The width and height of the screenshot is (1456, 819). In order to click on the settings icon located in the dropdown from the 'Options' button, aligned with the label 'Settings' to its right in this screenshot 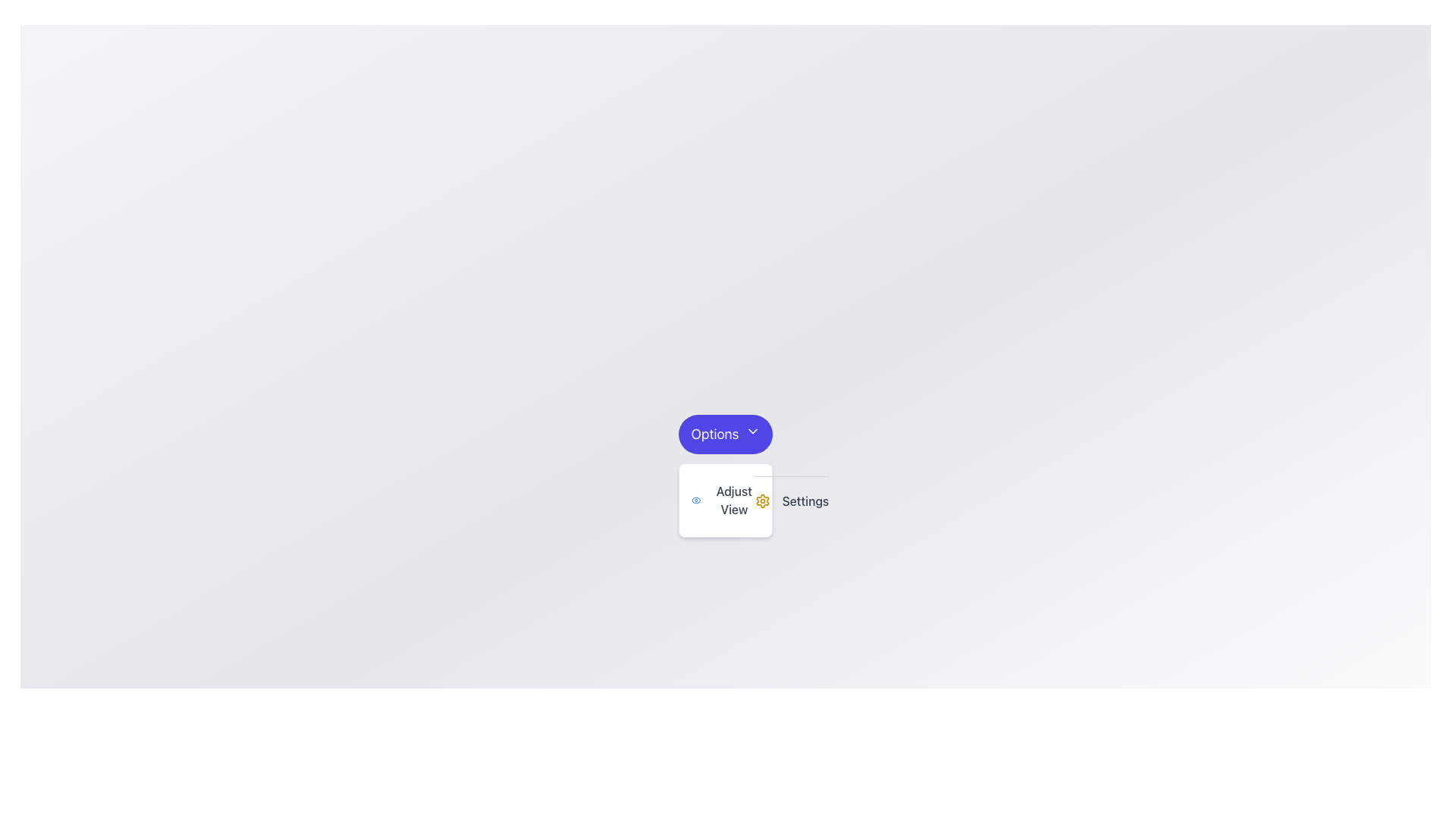, I will do `click(762, 500)`.